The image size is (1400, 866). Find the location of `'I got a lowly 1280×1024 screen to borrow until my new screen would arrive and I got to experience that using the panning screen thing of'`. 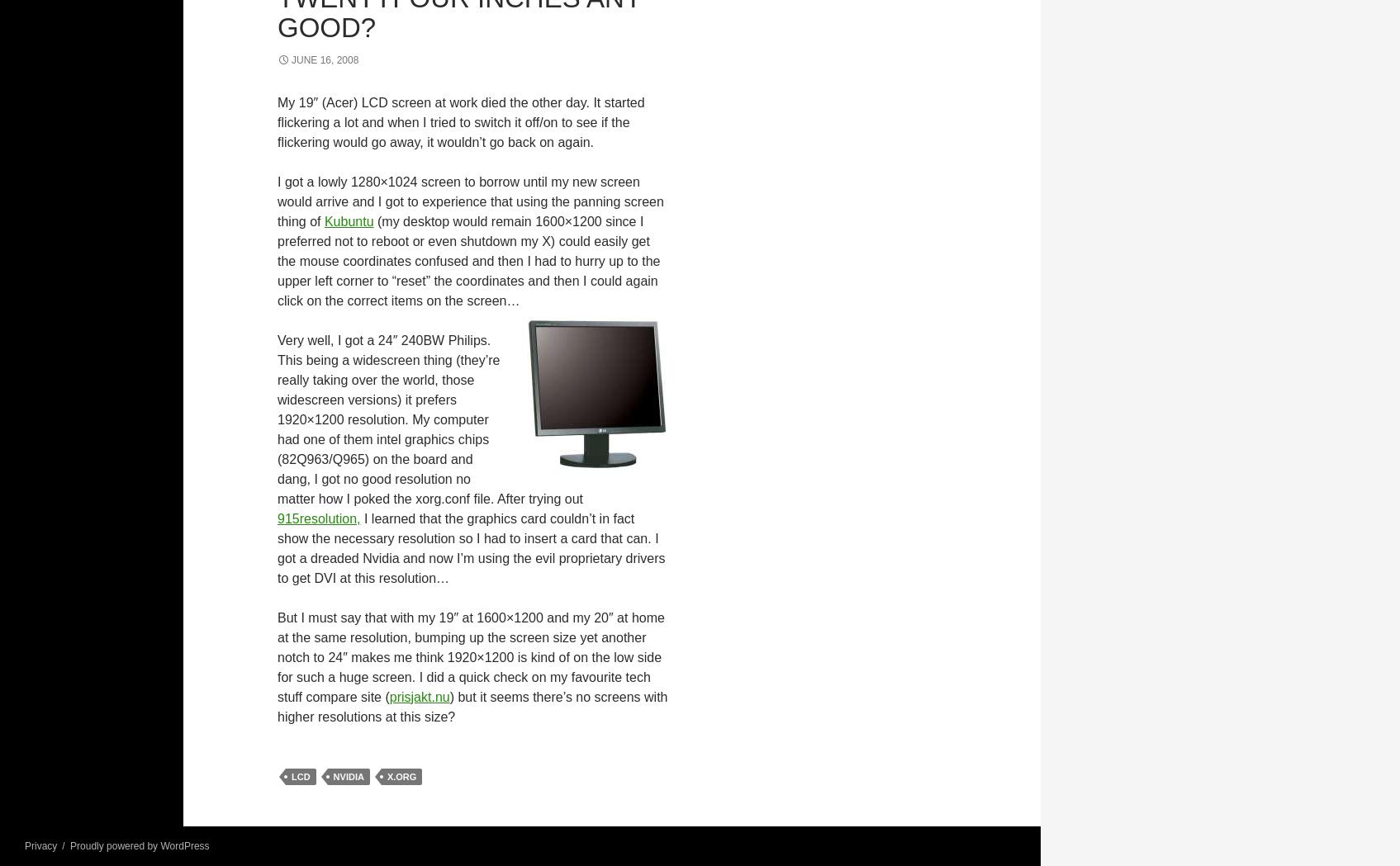

'I got a lowly 1280×1024 screen to borrow until my new screen would arrive and I got to experience that using the panning screen thing of' is located at coordinates (470, 200).